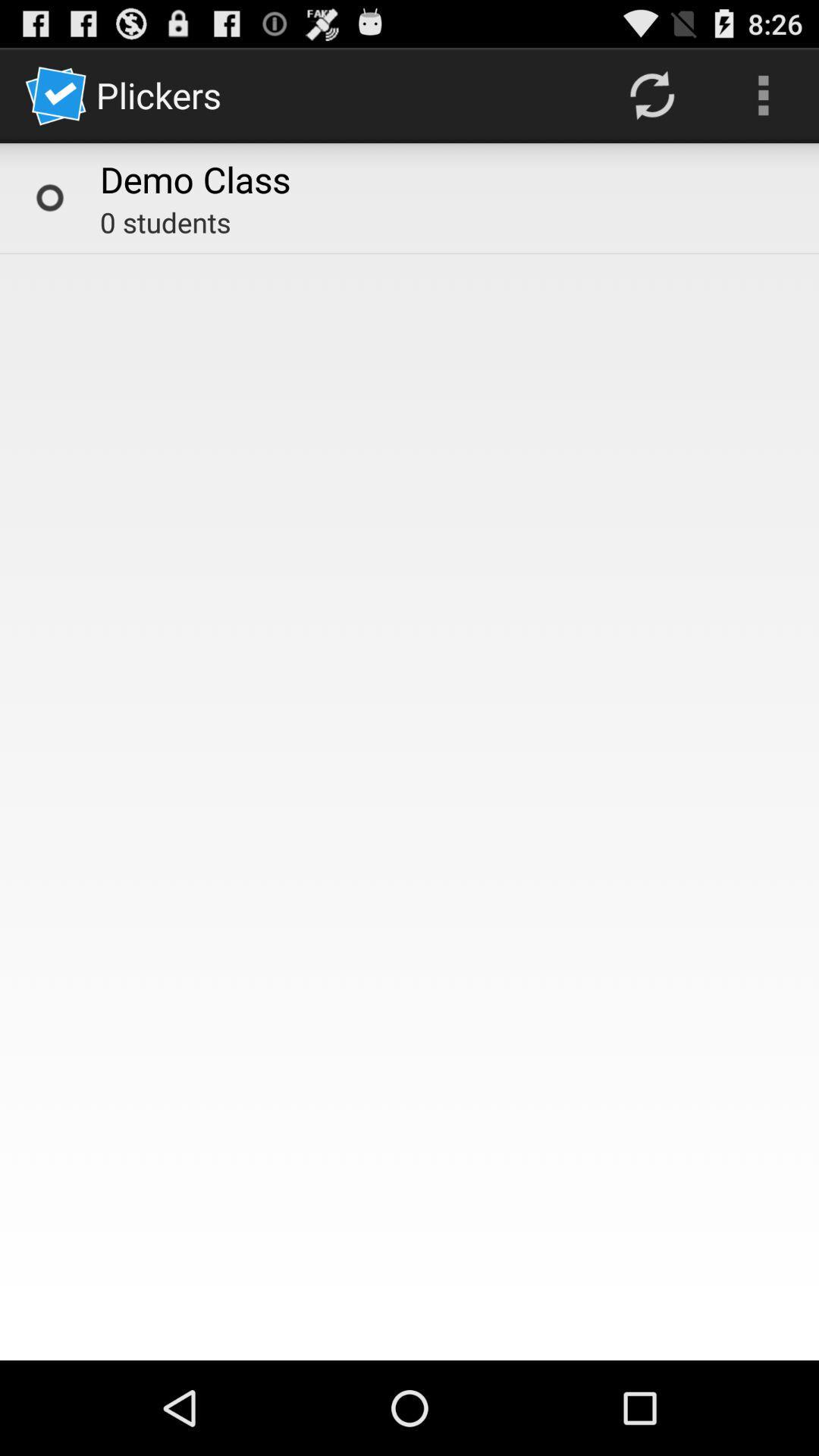 Image resolution: width=819 pixels, height=1456 pixels. I want to click on the app next to demo class icon, so click(49, 196).